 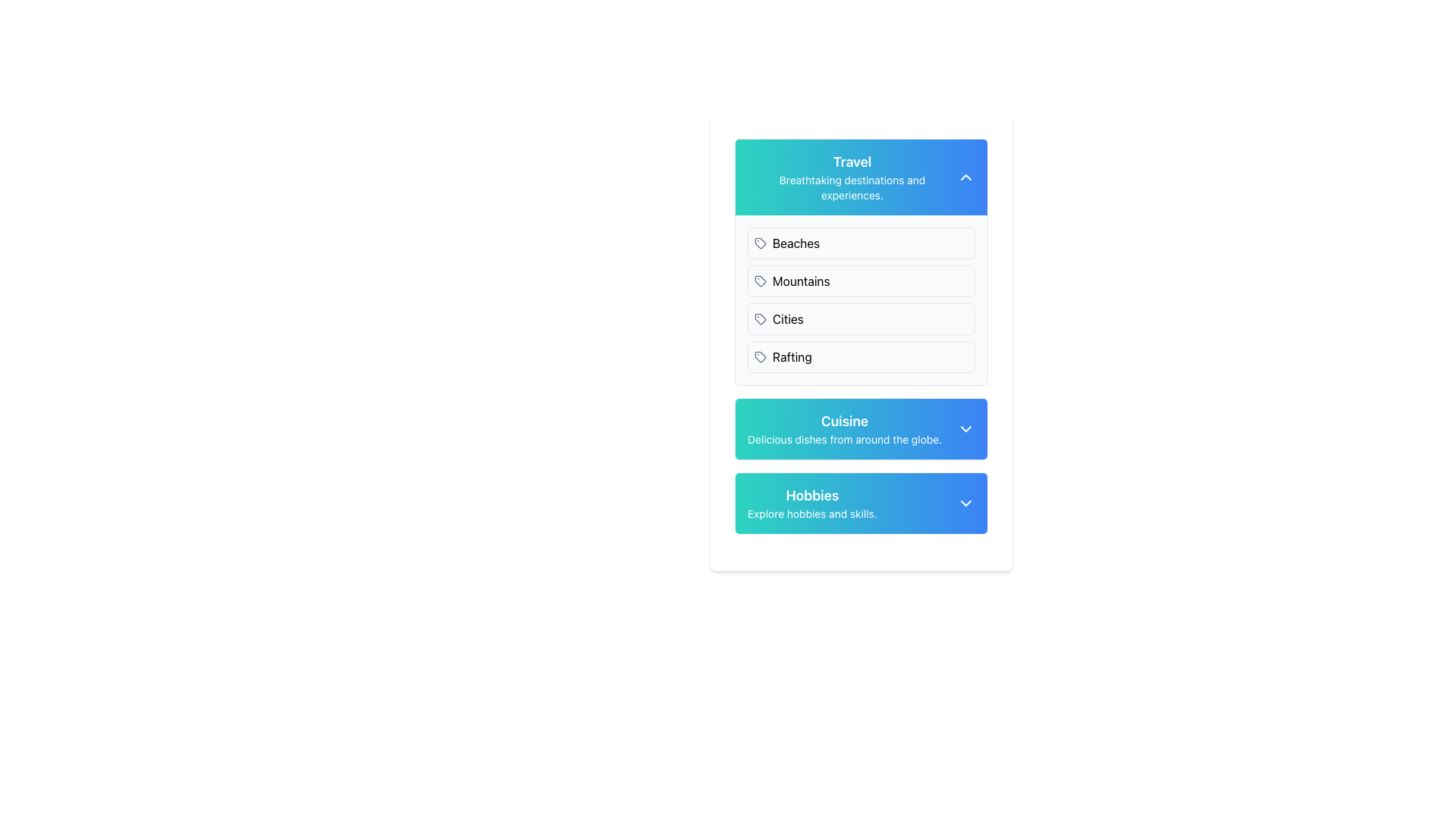 What do you see at coordinates (843, 439) in the screenshot?
I see `the static text label that reads 'Delicious dishes from around the globe.' which is located below the 'Cuisine' heading in the second card of the vertical stack` at bounding box center [843, 439].